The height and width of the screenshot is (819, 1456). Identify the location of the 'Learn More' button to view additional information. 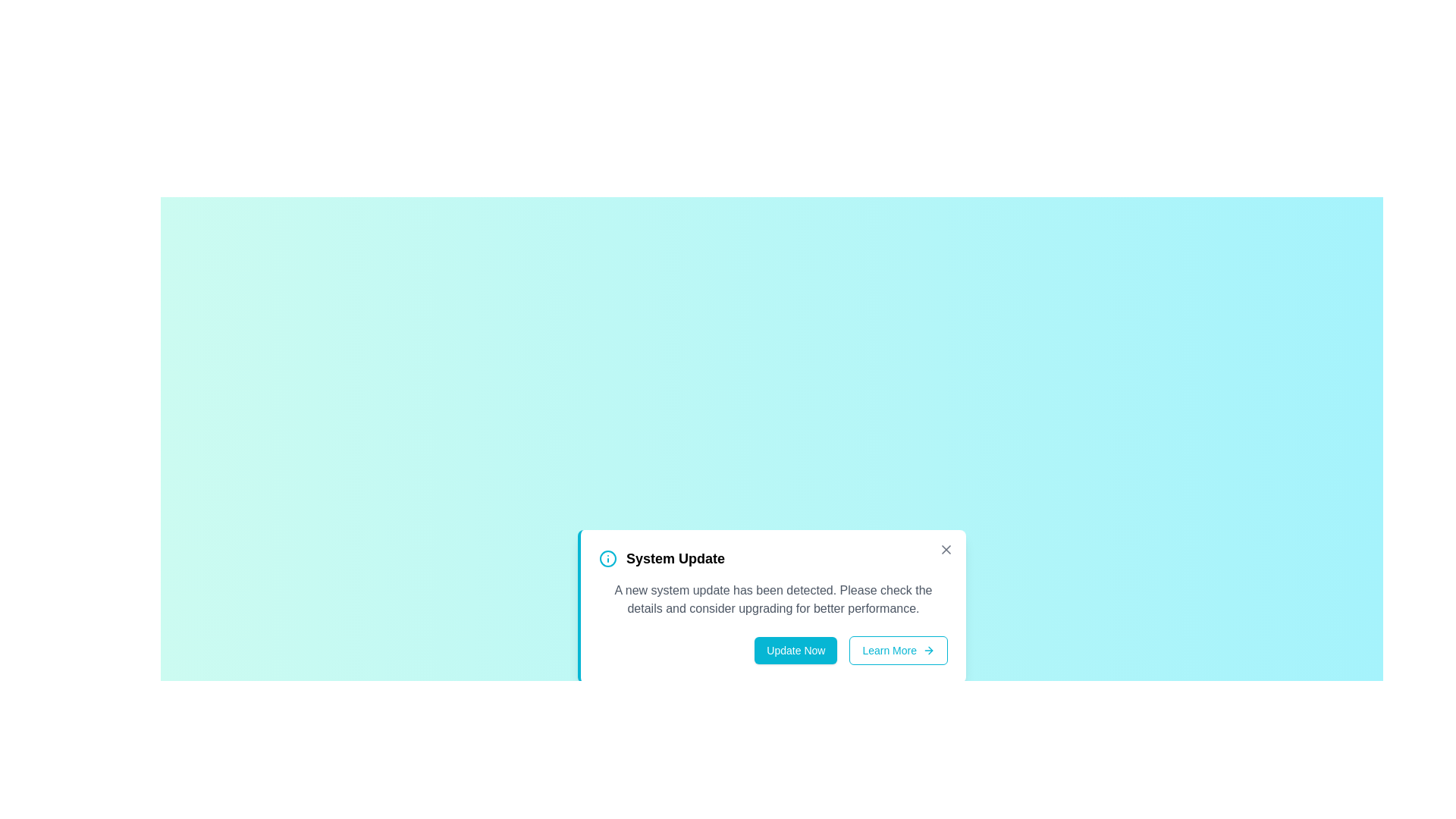
(899, 649).